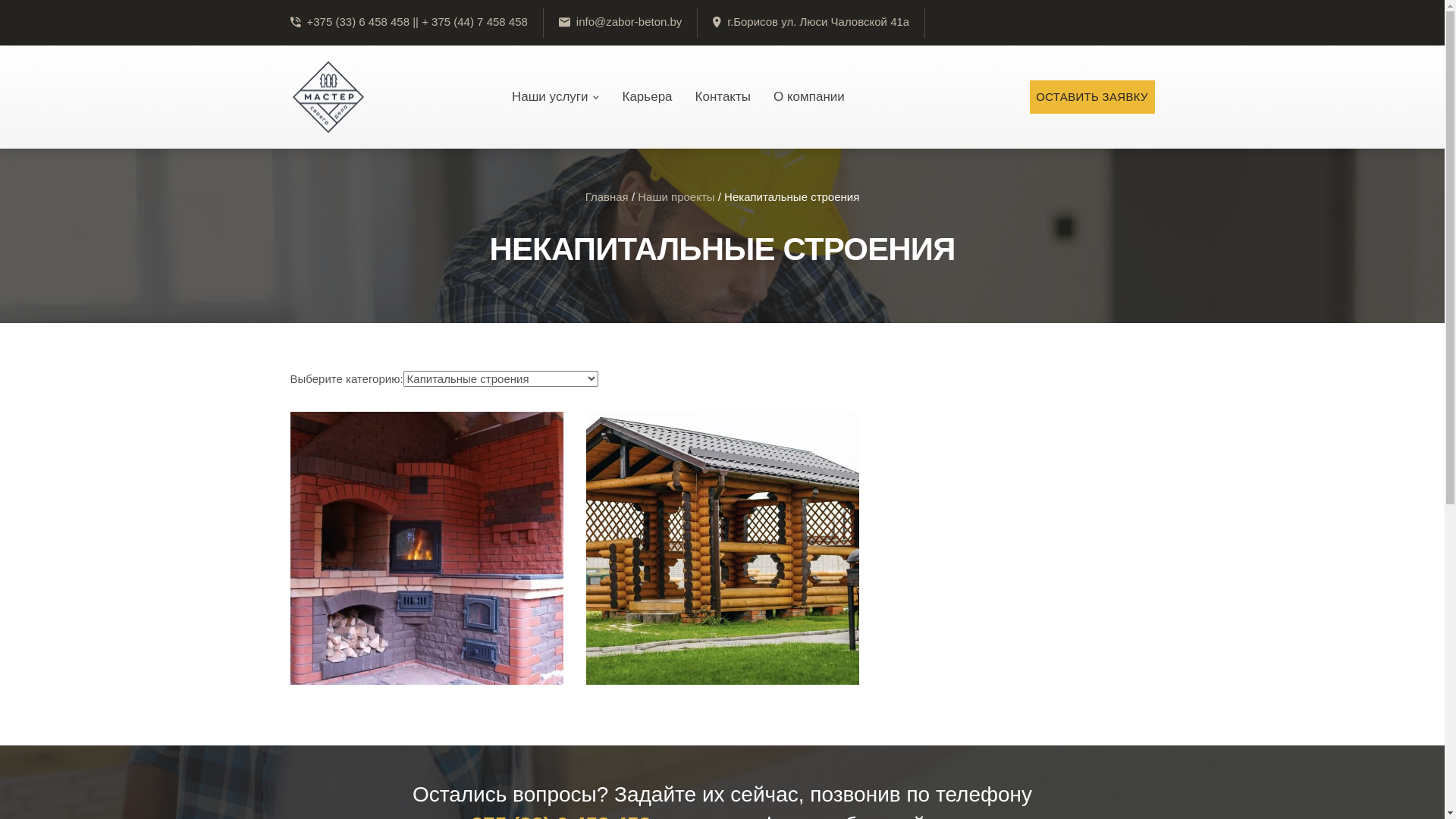 This screenshot has width=1456, height=819. What do you see at coordinates (327, 96) in the screenshot?
I see `'zabor-beton'` at bounding box center [327, 96].